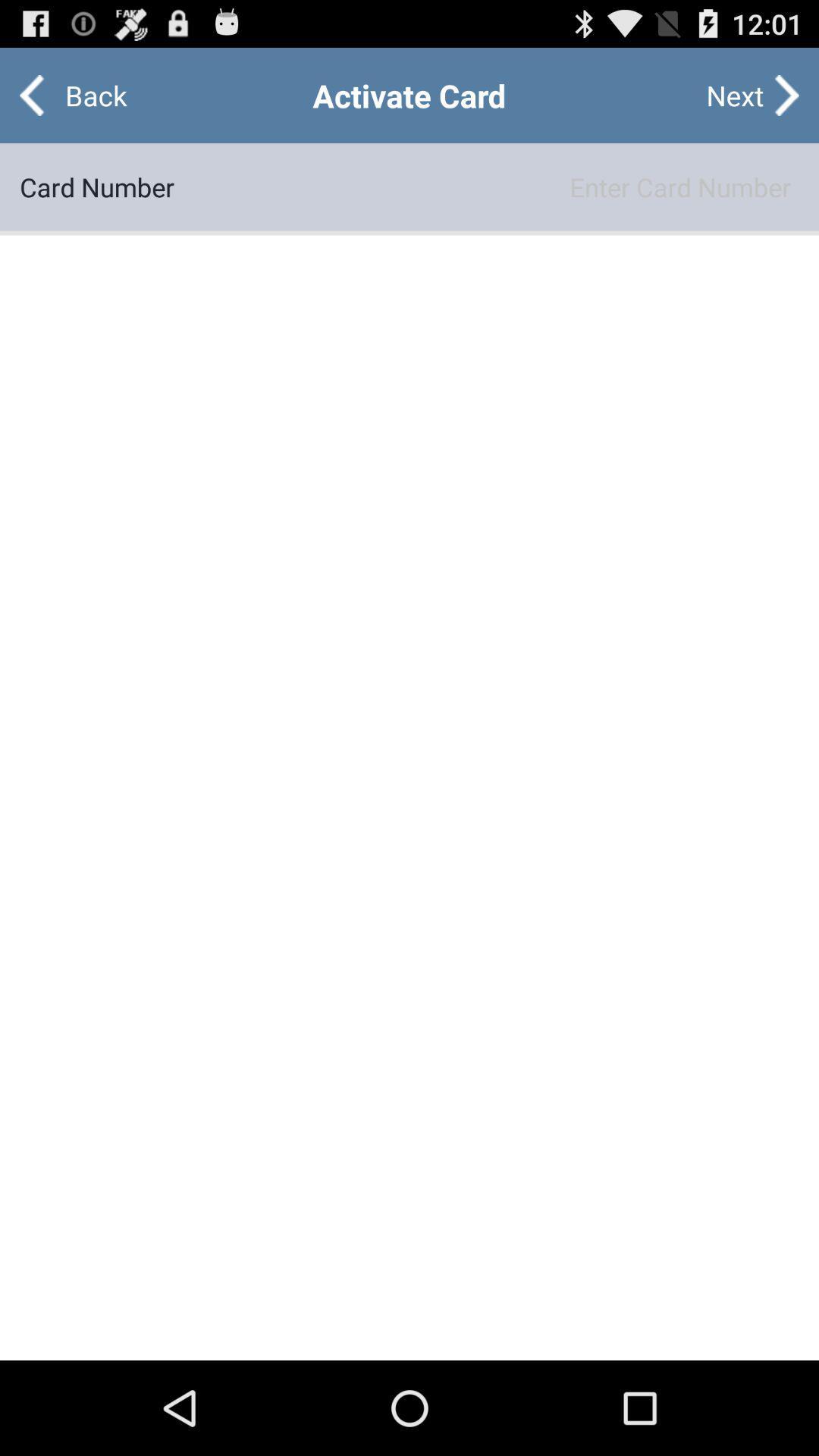 Image resolution: width=819 pixels, height=1456 pixels. I want to click on the button at the top right corner, so click(734, 94).